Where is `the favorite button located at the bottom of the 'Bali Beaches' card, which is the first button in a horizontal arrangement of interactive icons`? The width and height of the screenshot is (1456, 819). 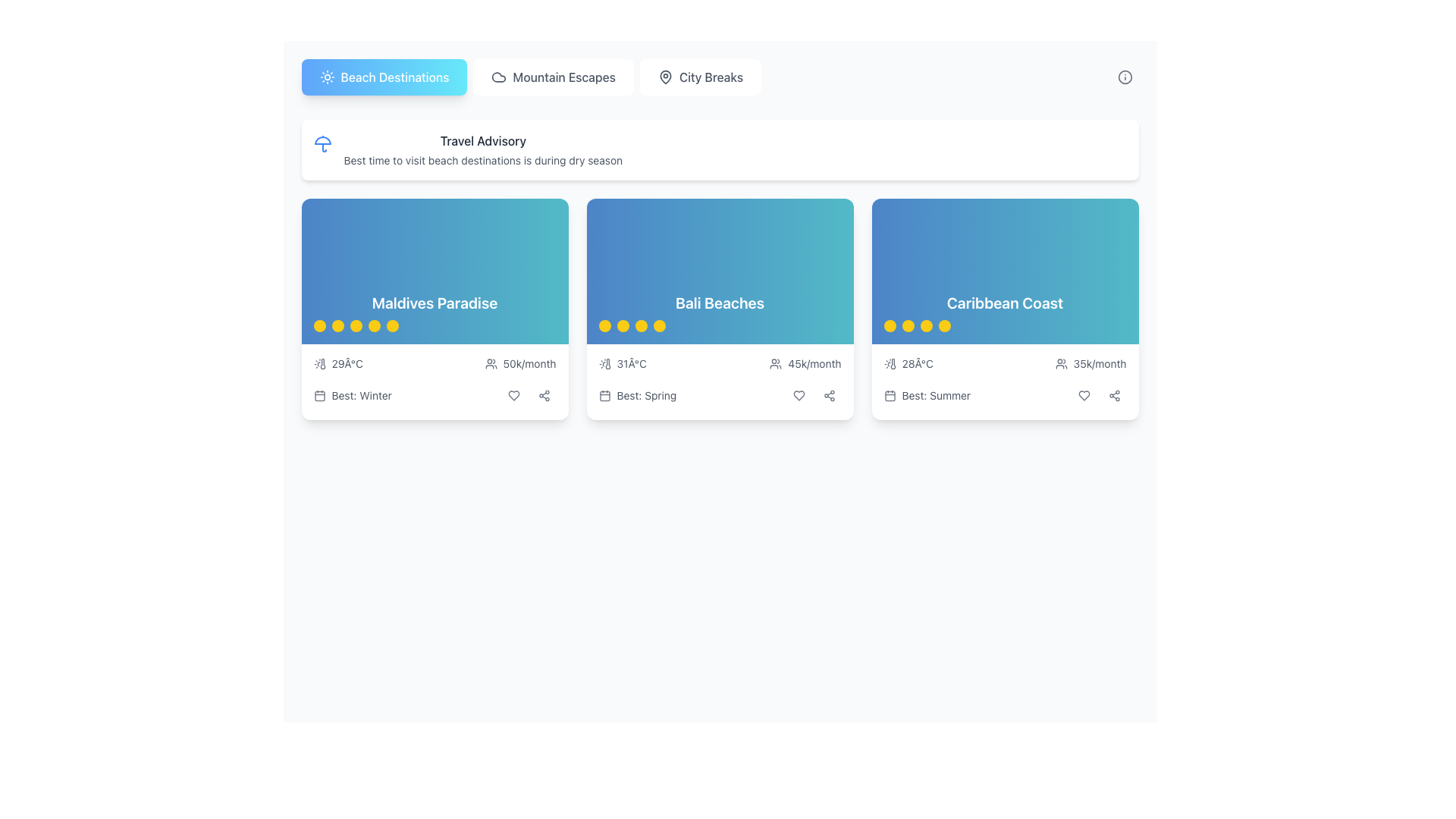 the favorite button located at the bottom of the 'Bali Beaches' card, which is the first button in a horizontal arrangement of interactive icons is located at coordinates (798, 394).